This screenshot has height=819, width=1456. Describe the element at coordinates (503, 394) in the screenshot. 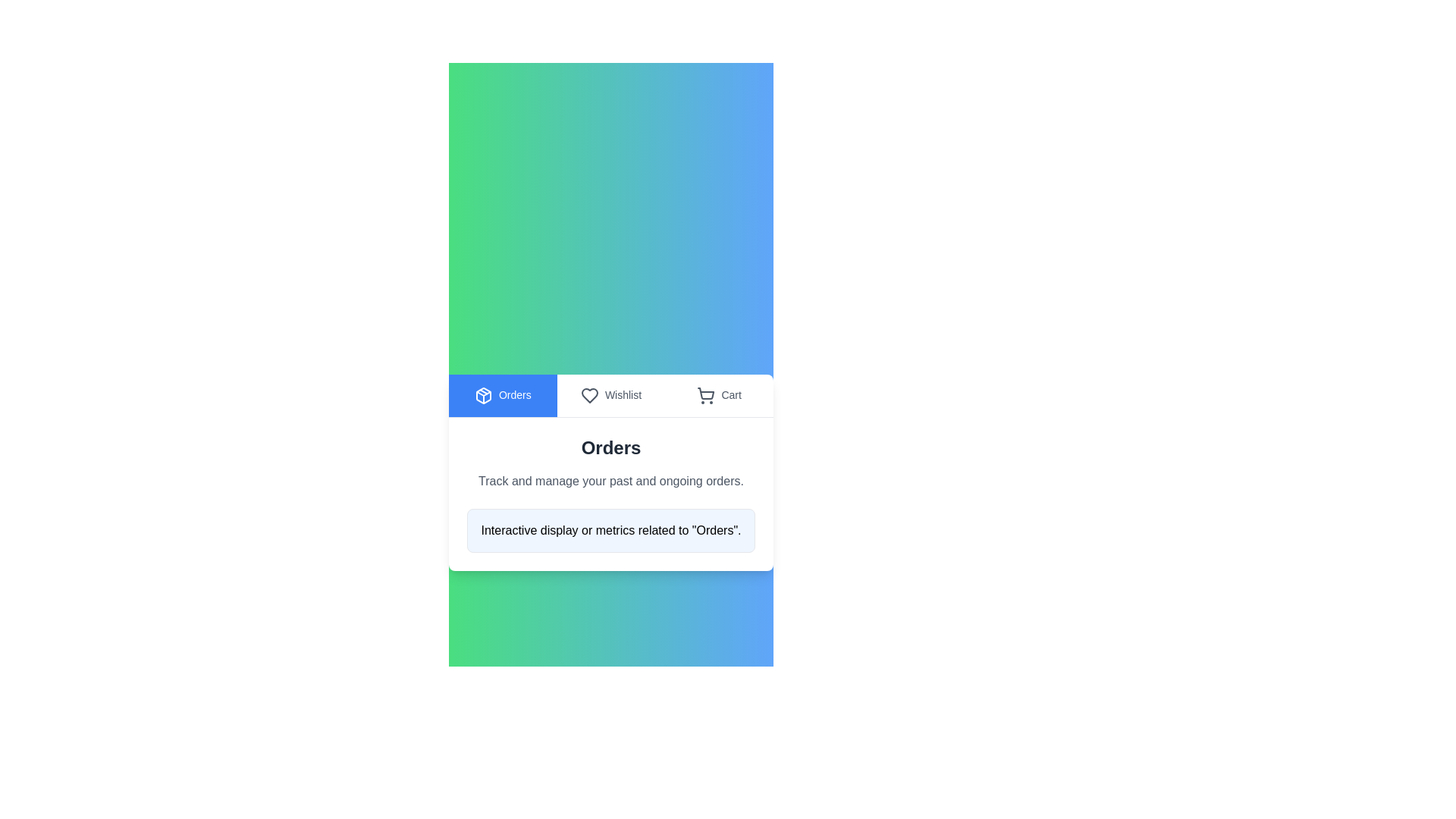

I see `the Orders tab by clicking on it` at that location.